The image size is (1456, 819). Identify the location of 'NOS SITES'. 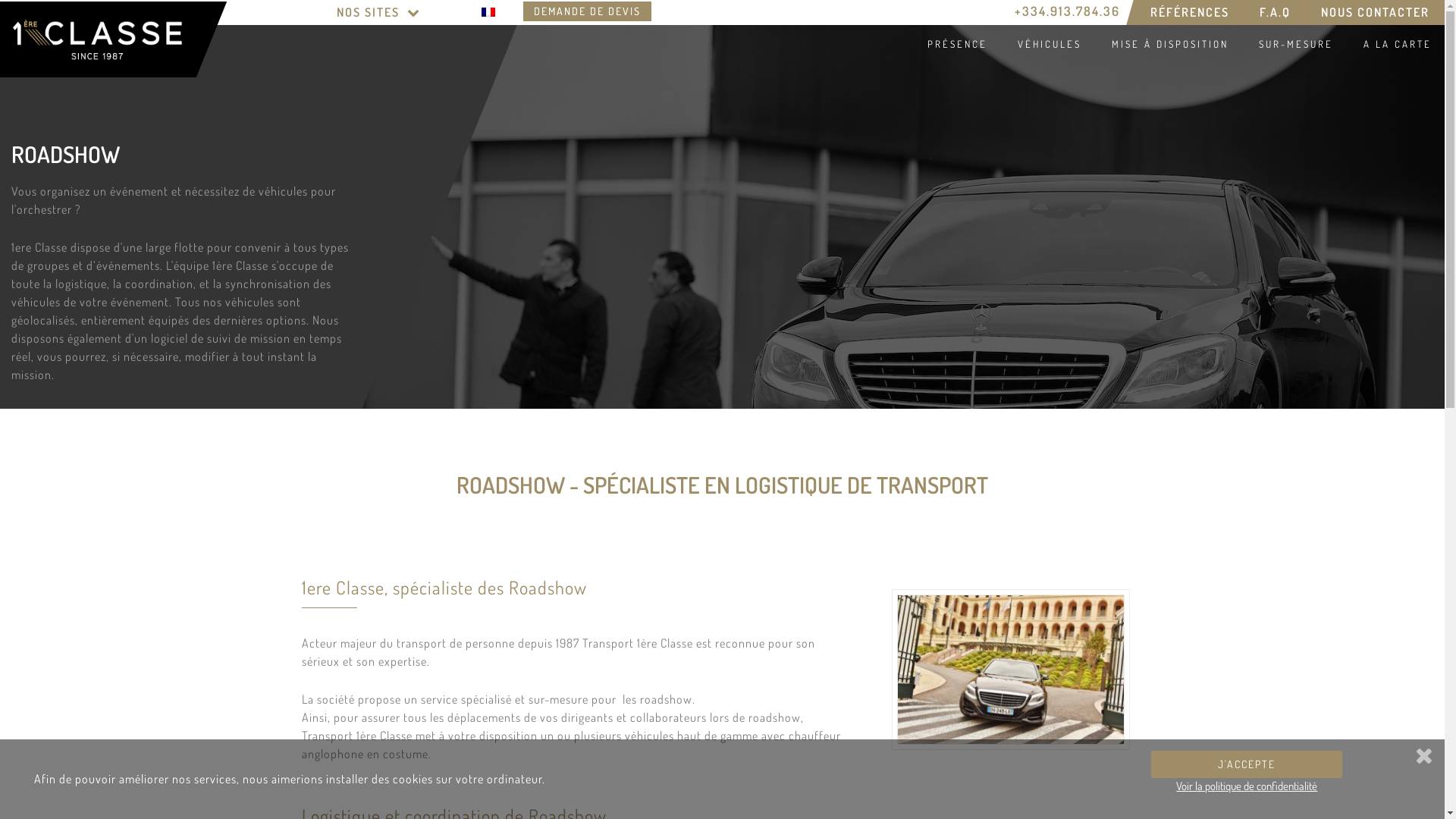
(378, 12).